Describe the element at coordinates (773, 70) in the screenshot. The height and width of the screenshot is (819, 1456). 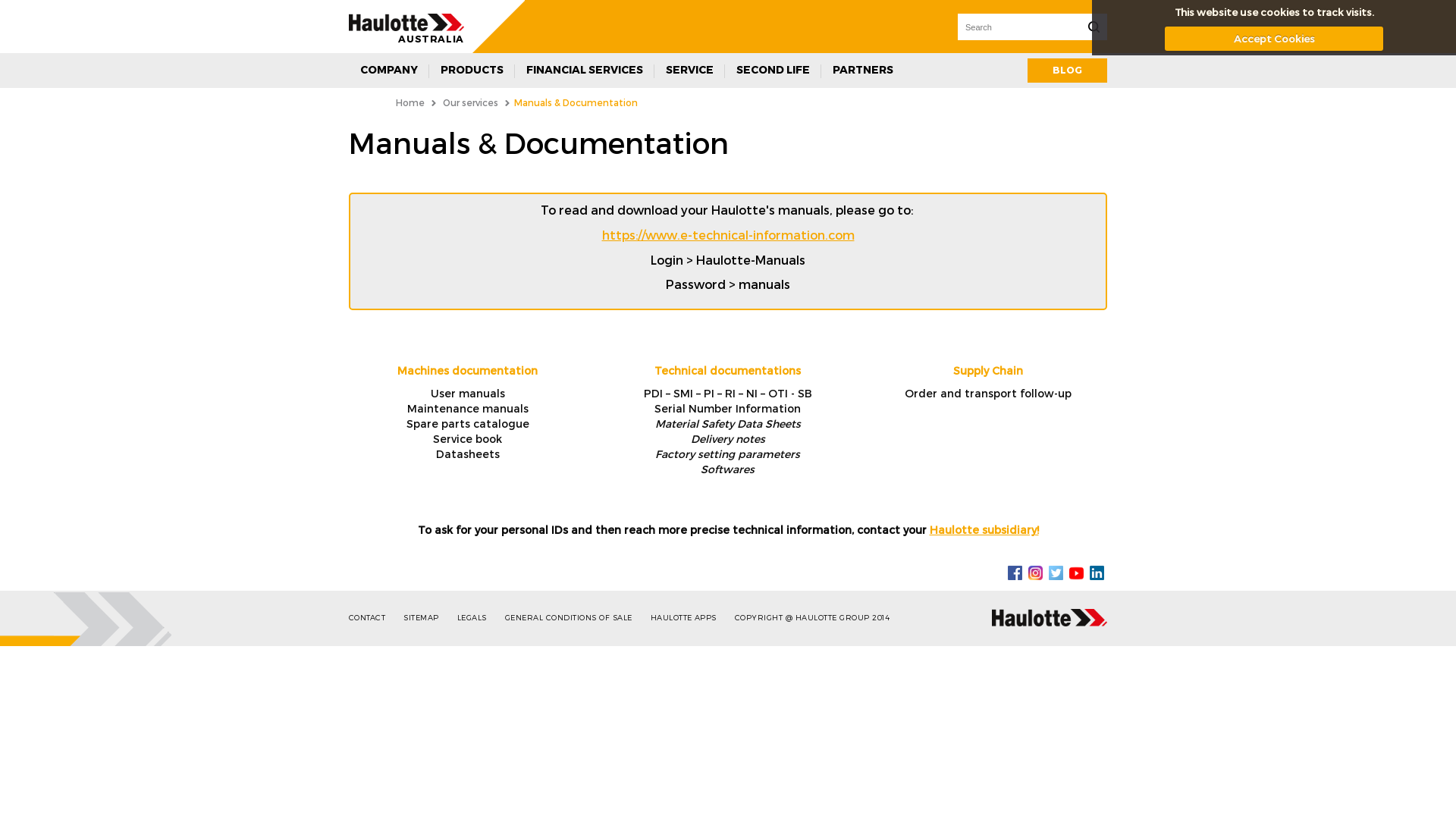
I see `'SECOND LIFE'` at that location.